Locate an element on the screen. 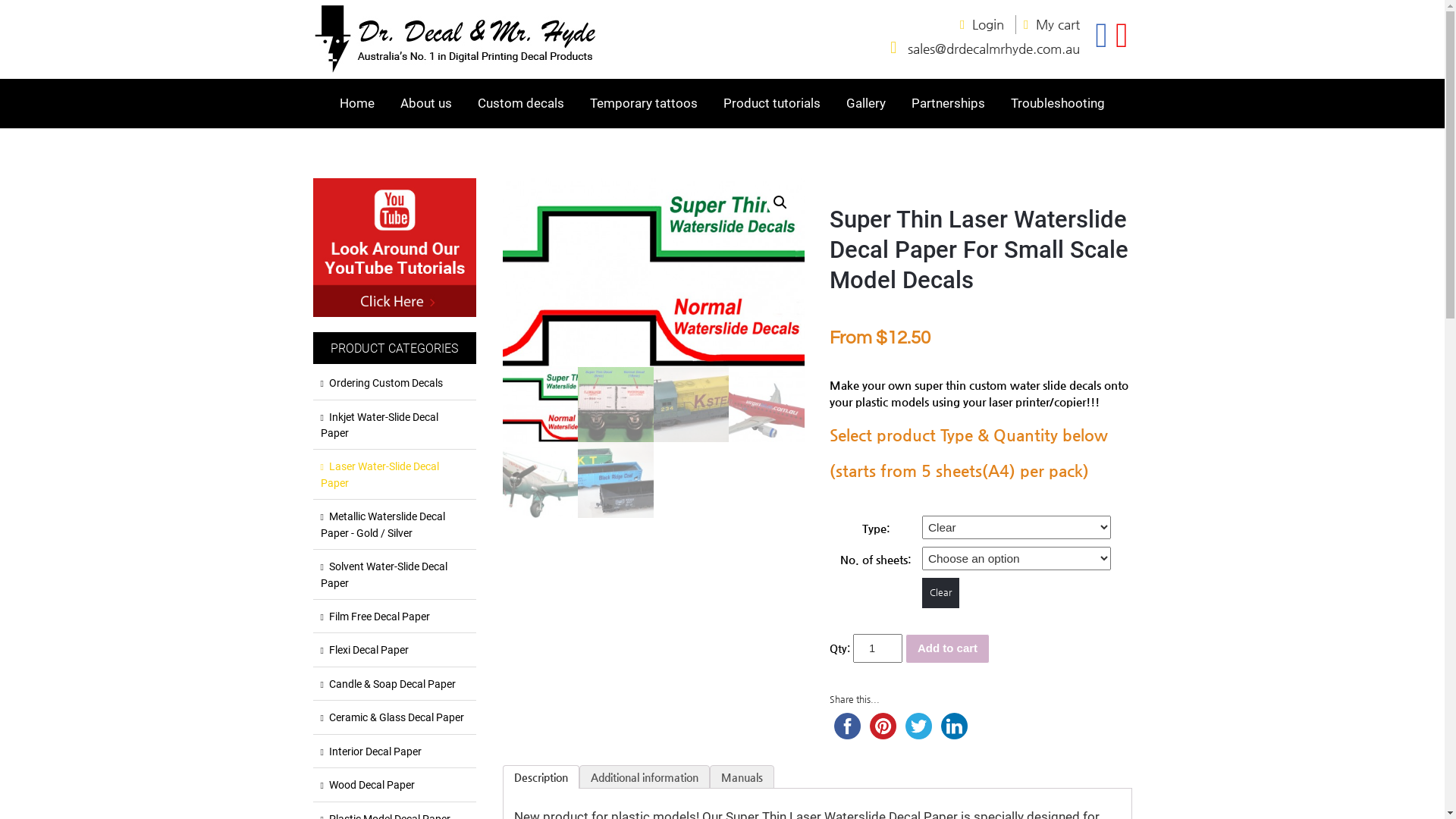 This screenshot has width=1456, height=819. 'Add to cart' is located at coordinates (946, 648).